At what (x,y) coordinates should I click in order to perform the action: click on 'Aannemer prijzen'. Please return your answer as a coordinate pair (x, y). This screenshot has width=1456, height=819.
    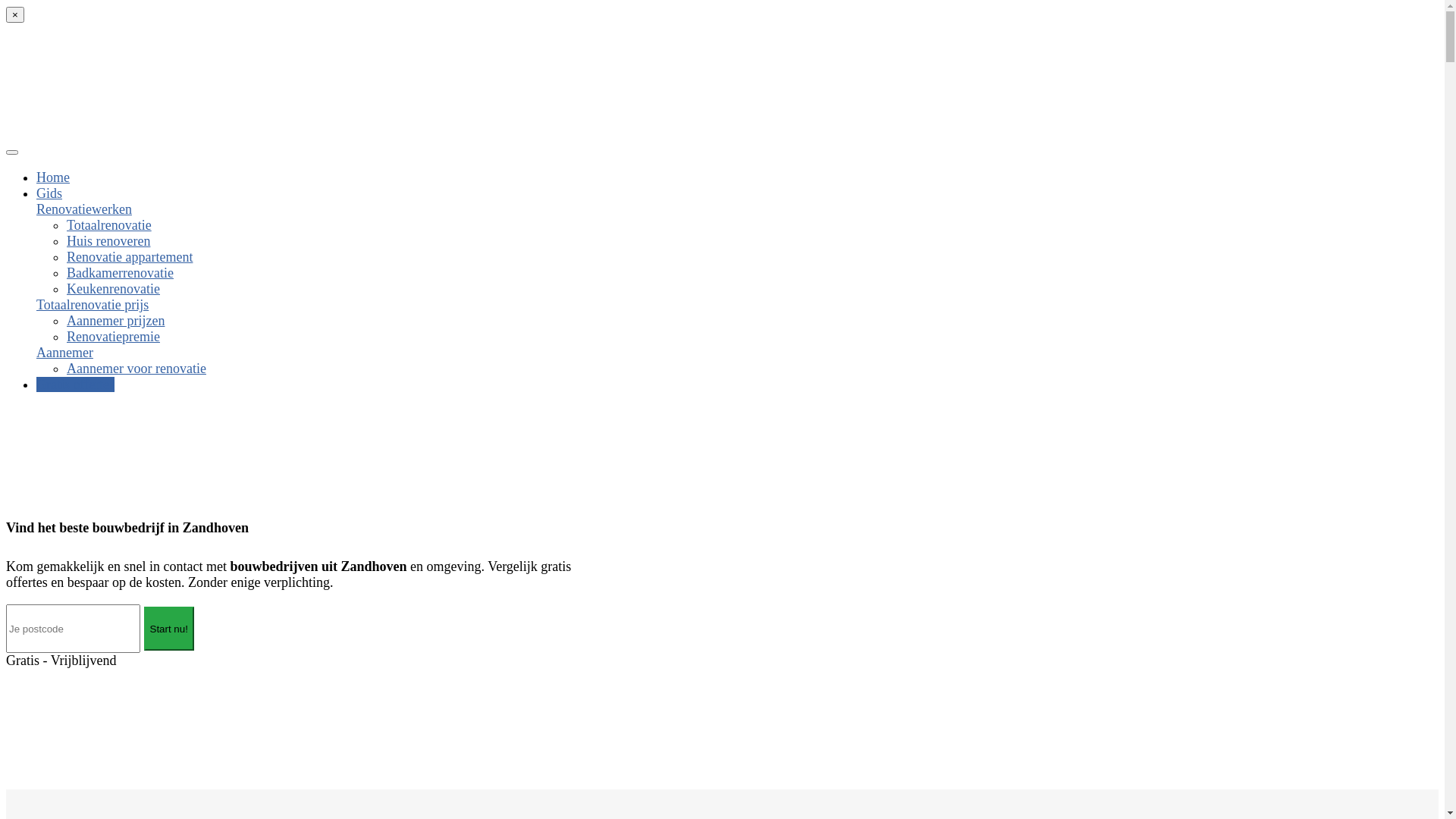
    Looking at the image, I should click on (115, 320).